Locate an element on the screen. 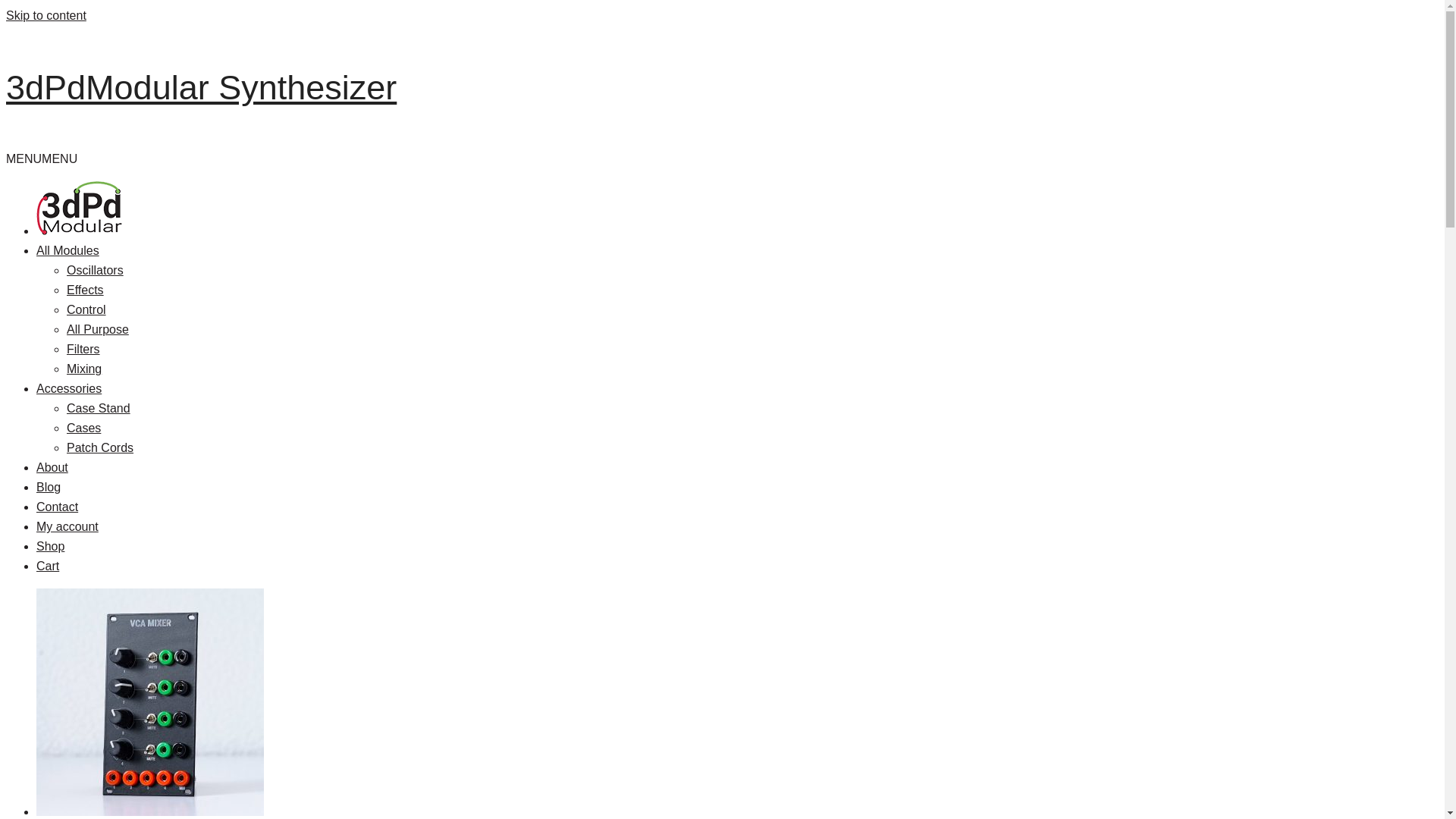  'Control' is located at coordinates (65, 309).